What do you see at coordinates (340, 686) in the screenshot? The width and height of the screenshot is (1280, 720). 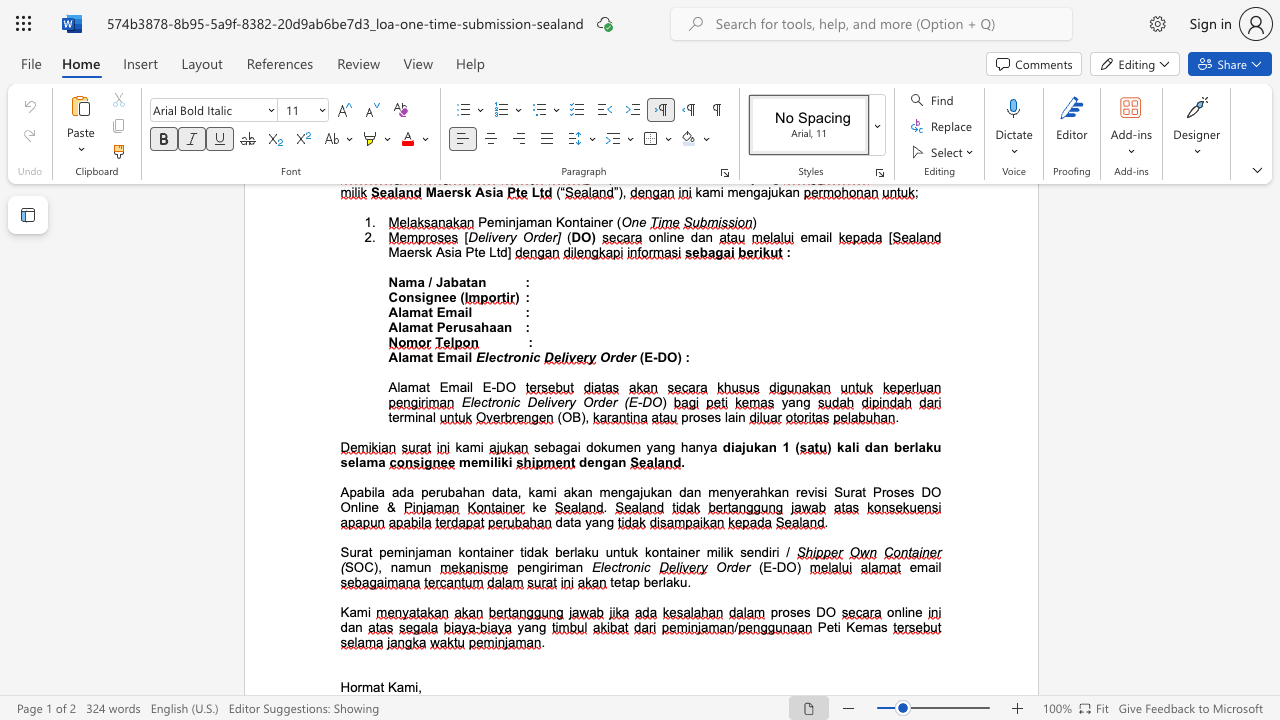 I see `the subset text "Hormat K" within the text "Hormat Kami,"` at bounding box center [340, 686].